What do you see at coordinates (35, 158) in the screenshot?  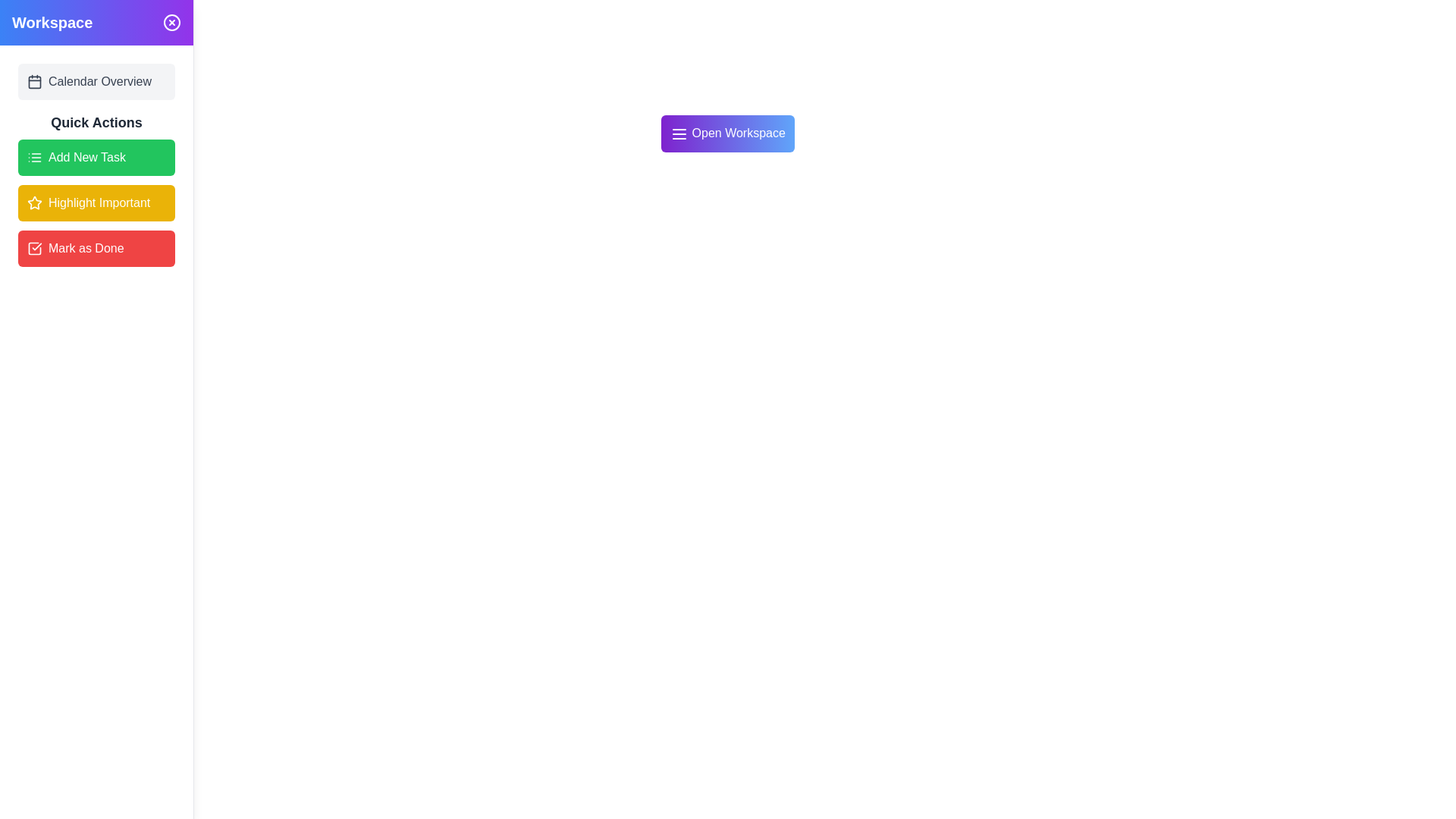 I see `the icon representing the 'Add New Task' action located within the button labeled 'Add New Task' on the left panel` at bounding box center [35, 158].